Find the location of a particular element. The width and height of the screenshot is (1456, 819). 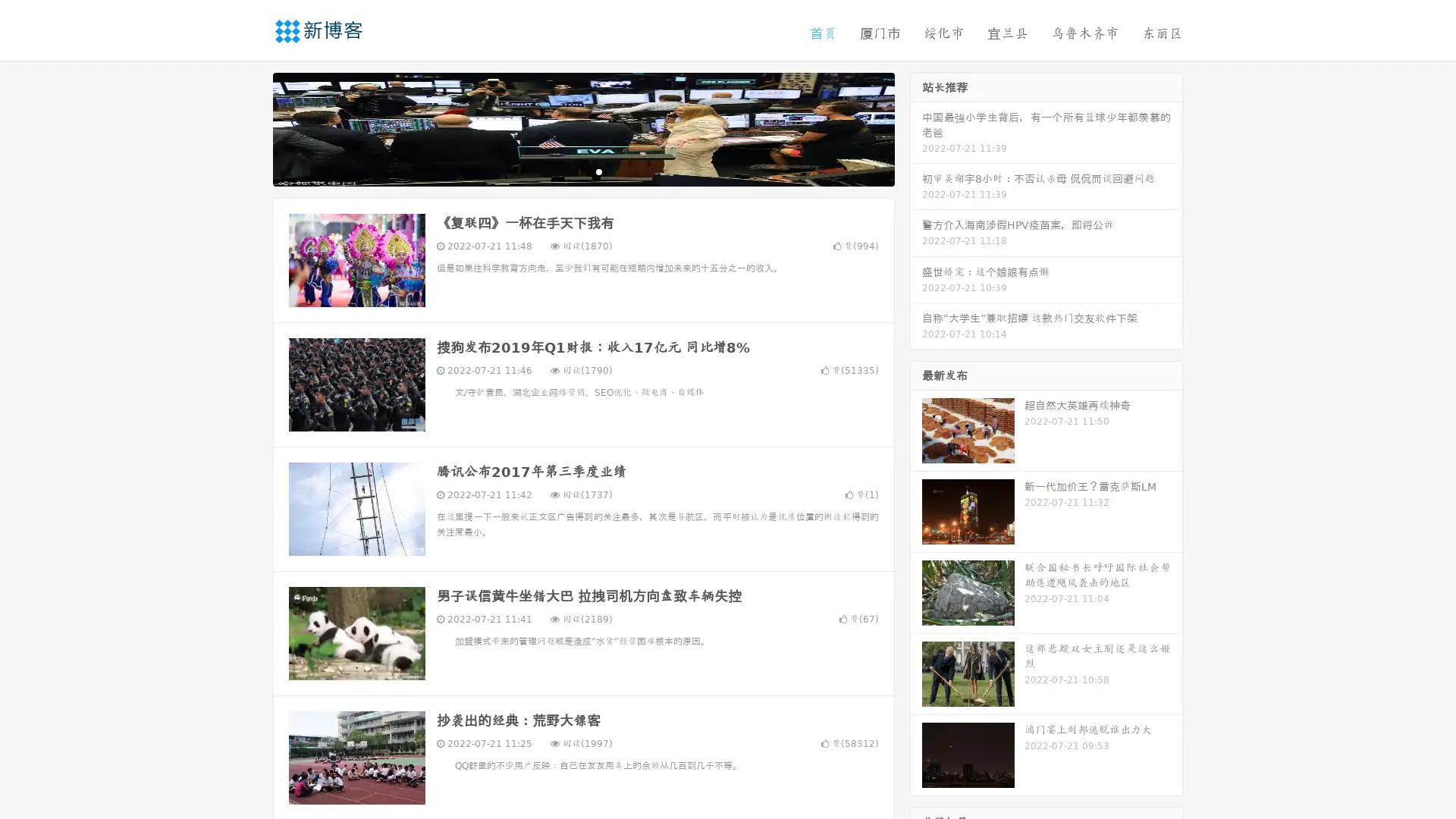

Previous slide is located at coordinates (250, 127).